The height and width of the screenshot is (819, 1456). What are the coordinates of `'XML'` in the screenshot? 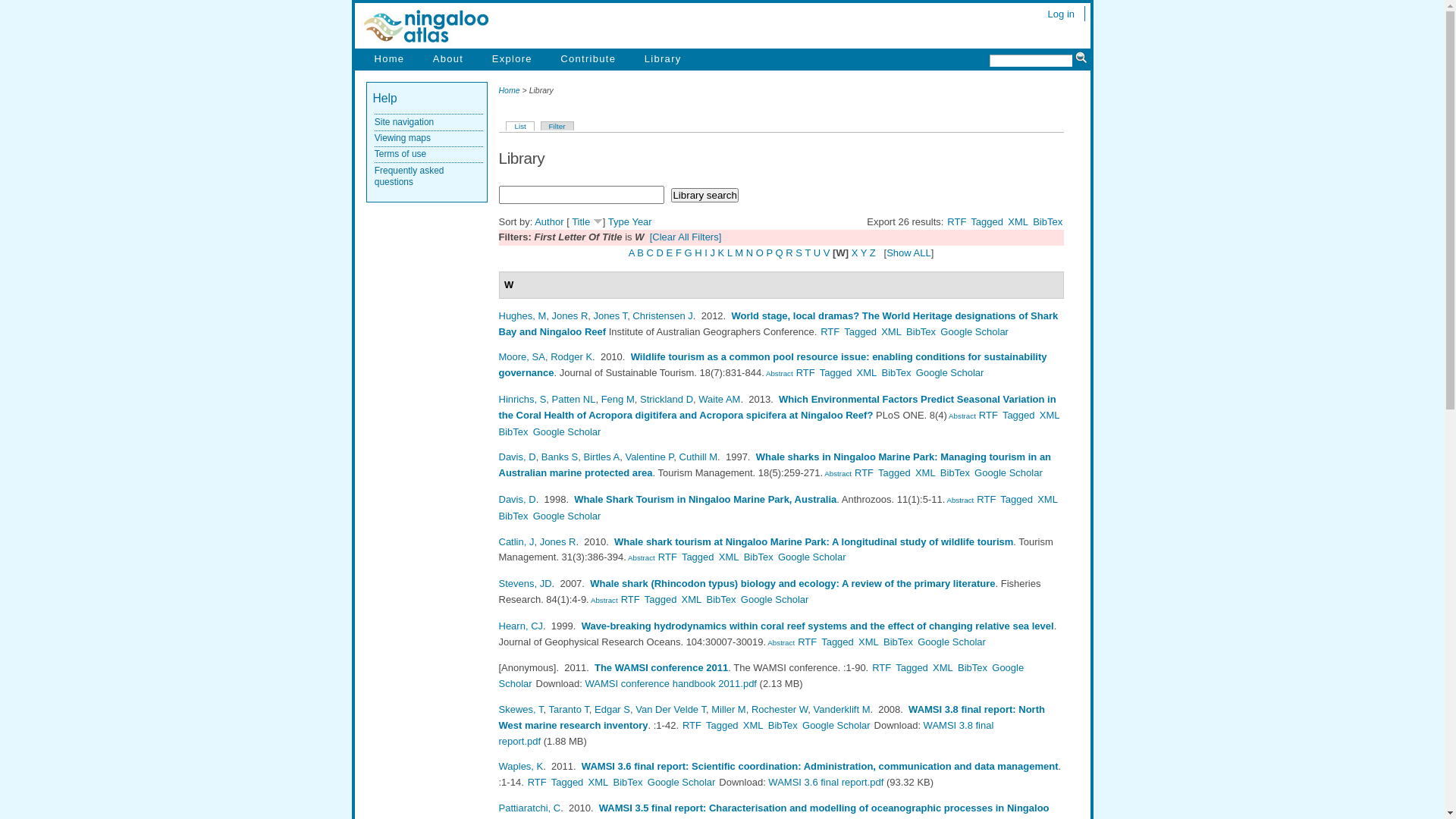 It's located at (1018, 221).